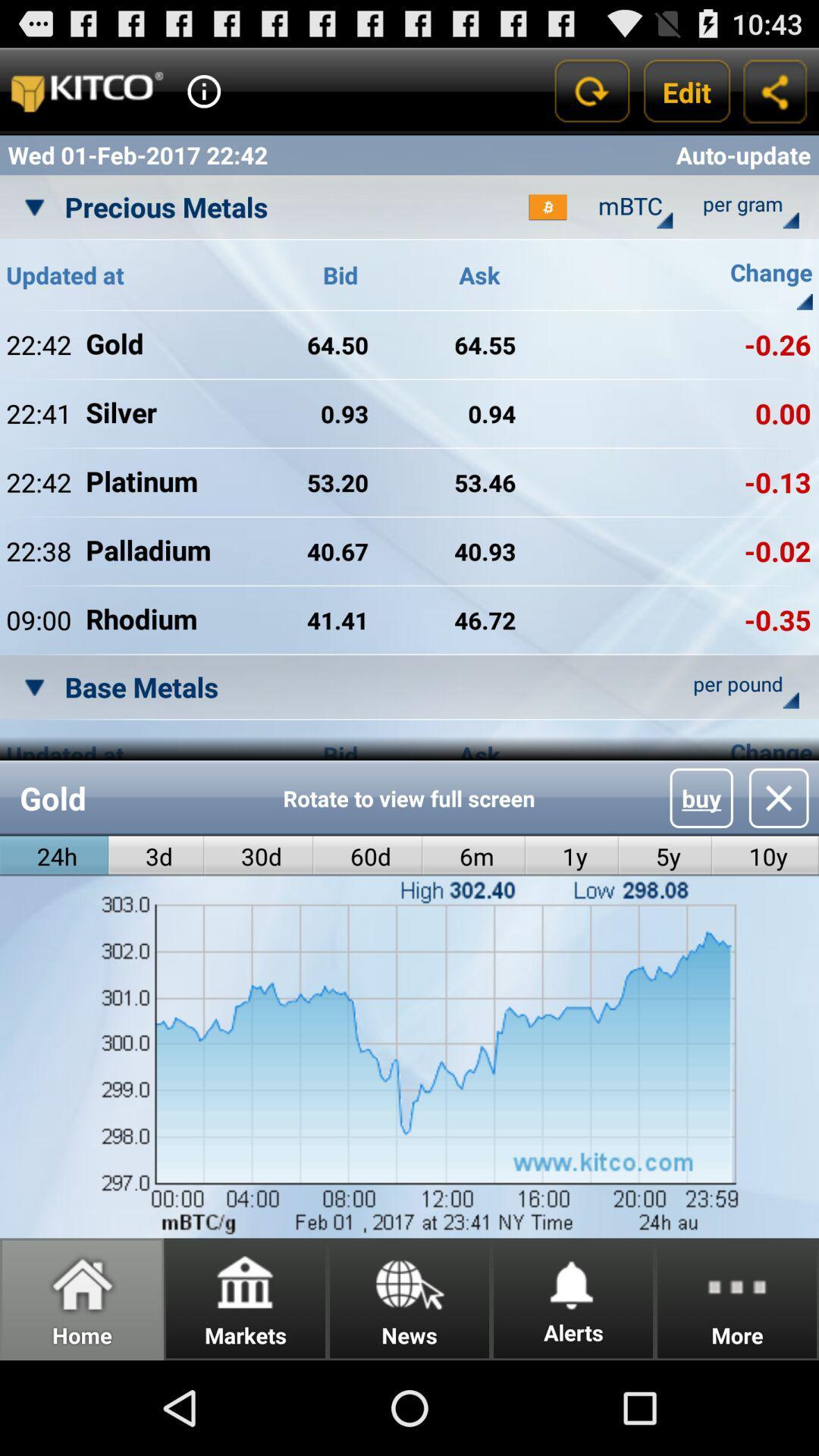 The height and width of the screenshot is (1456, 819). What do you see at coordinates (573, 1282) in the screenshot?
I see `the icon next to news` at bounding box center [573, 1282].